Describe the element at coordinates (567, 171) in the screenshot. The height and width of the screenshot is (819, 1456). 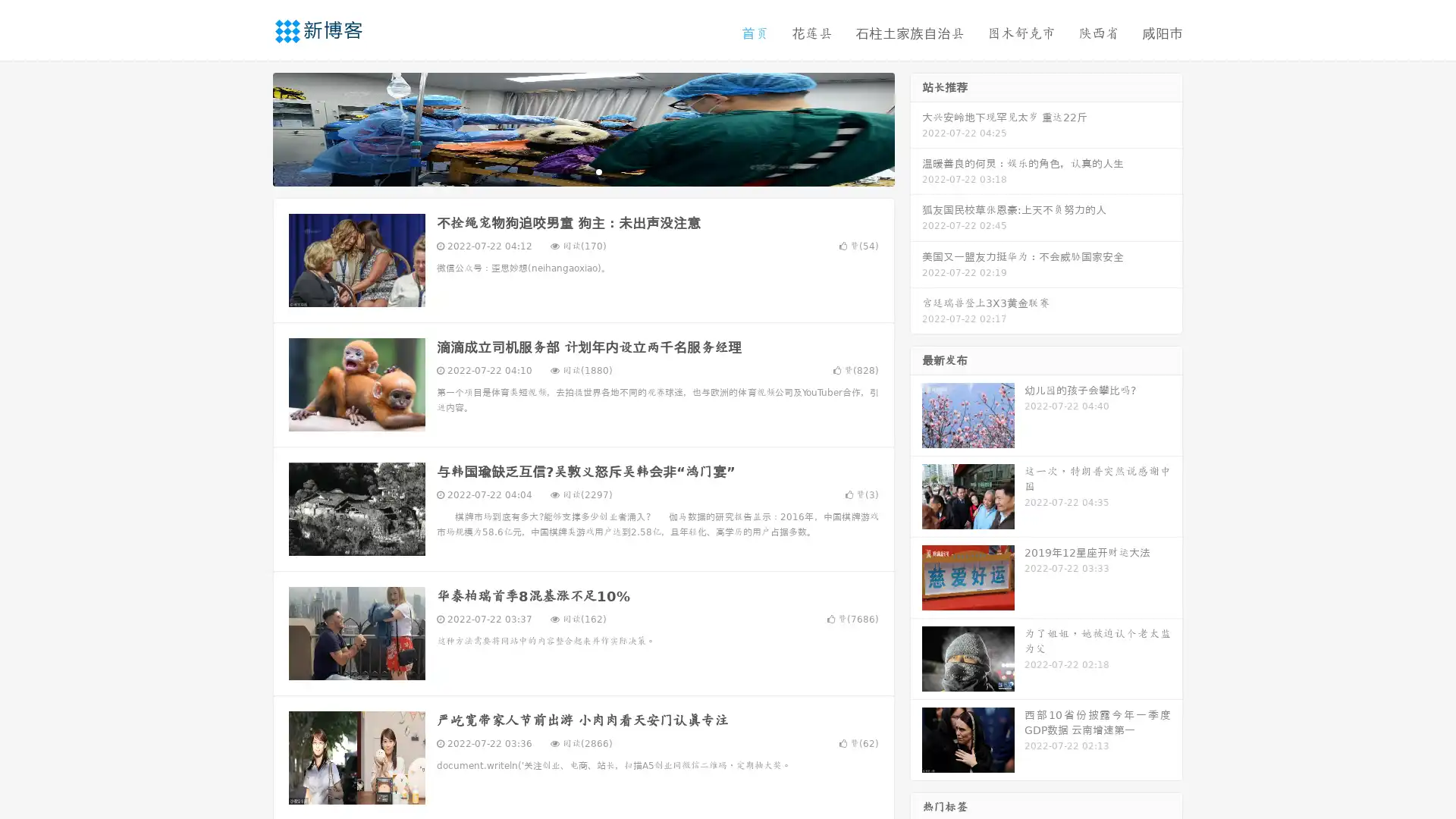
I see `Go to slide 1` at that location.